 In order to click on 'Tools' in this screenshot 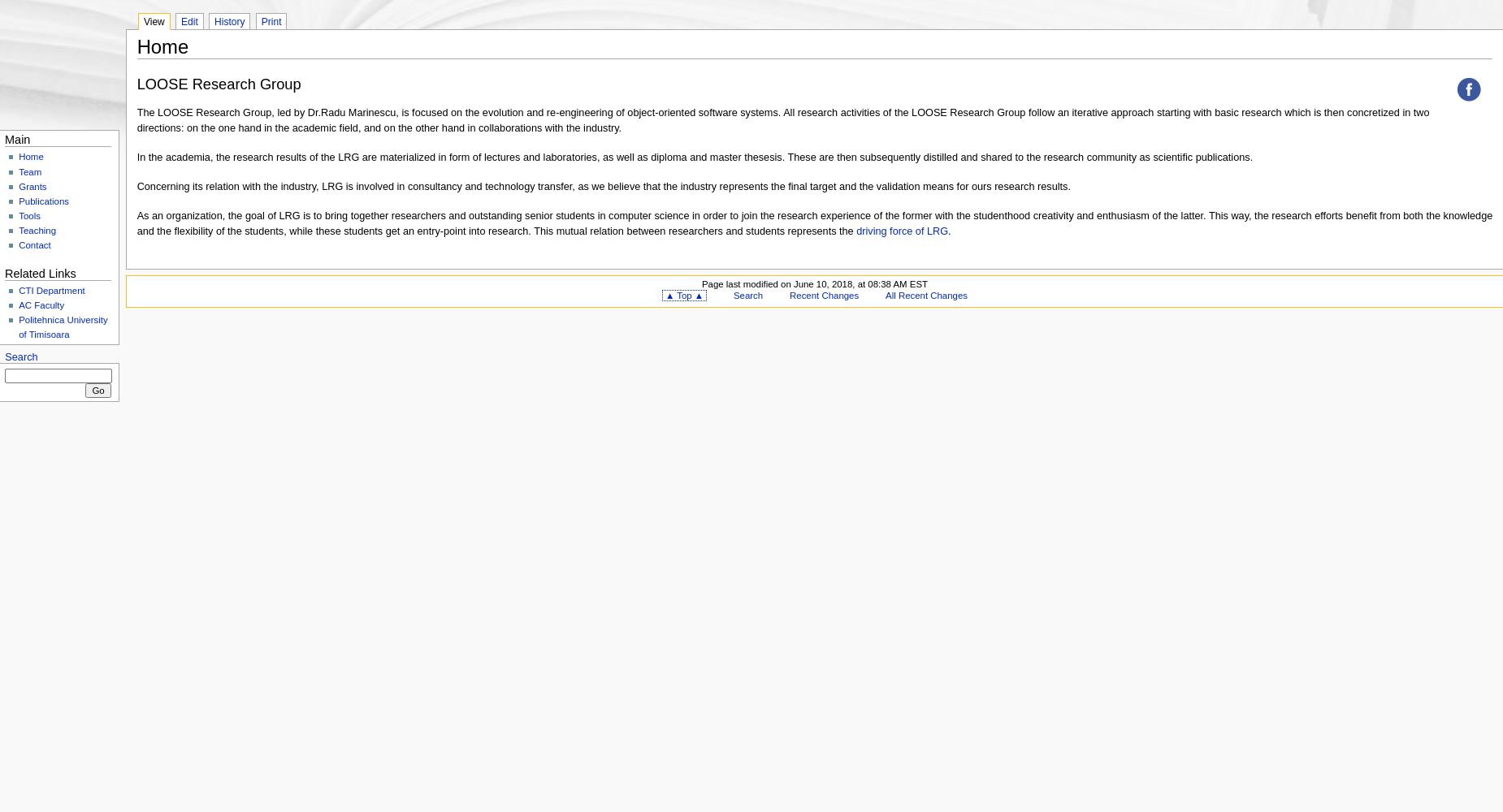, I will do `click(28, 216)`.